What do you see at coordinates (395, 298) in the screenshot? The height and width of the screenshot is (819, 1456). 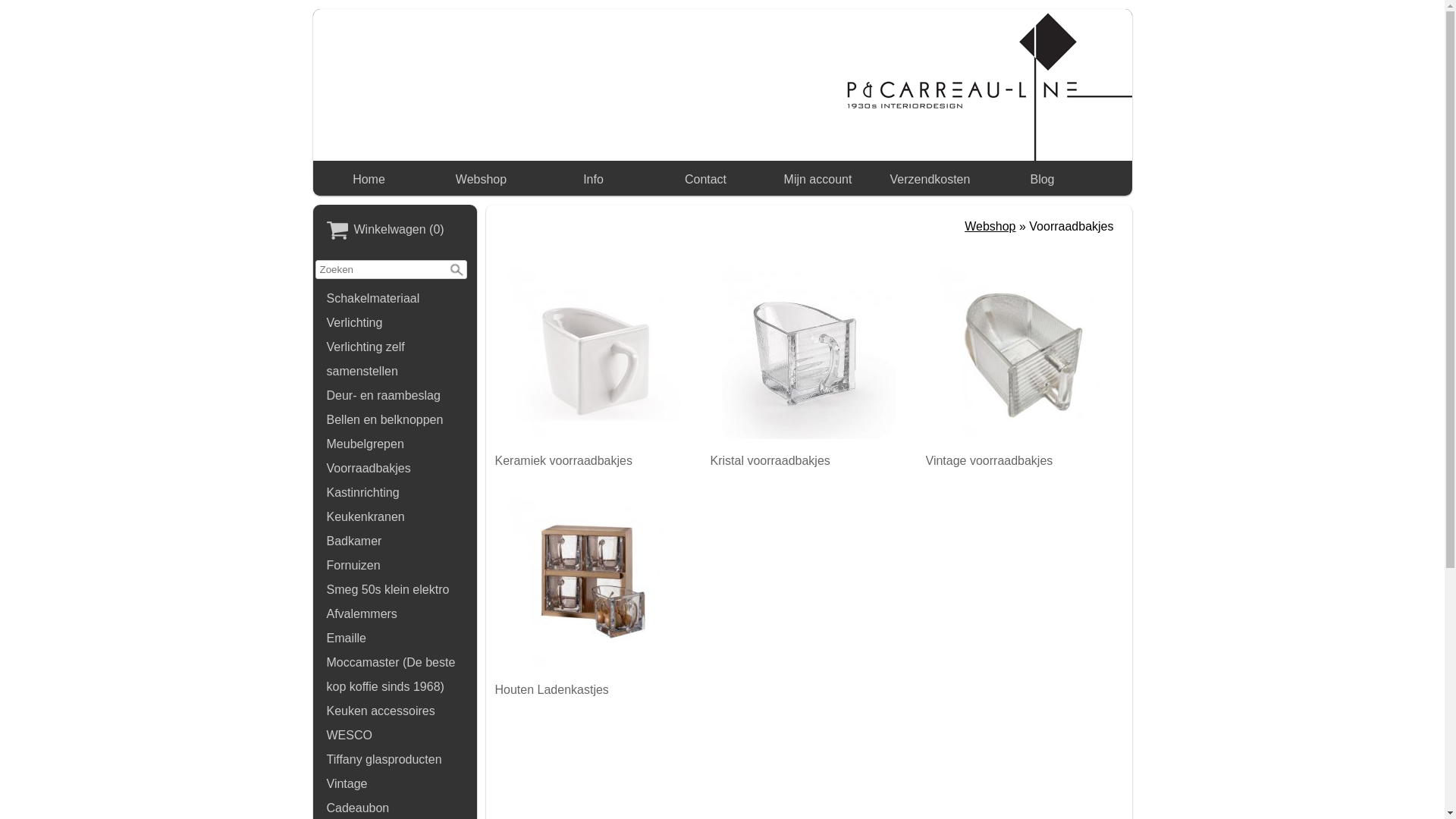 I see `'Schakelmateriaal'` at bounding box center [395, 298].